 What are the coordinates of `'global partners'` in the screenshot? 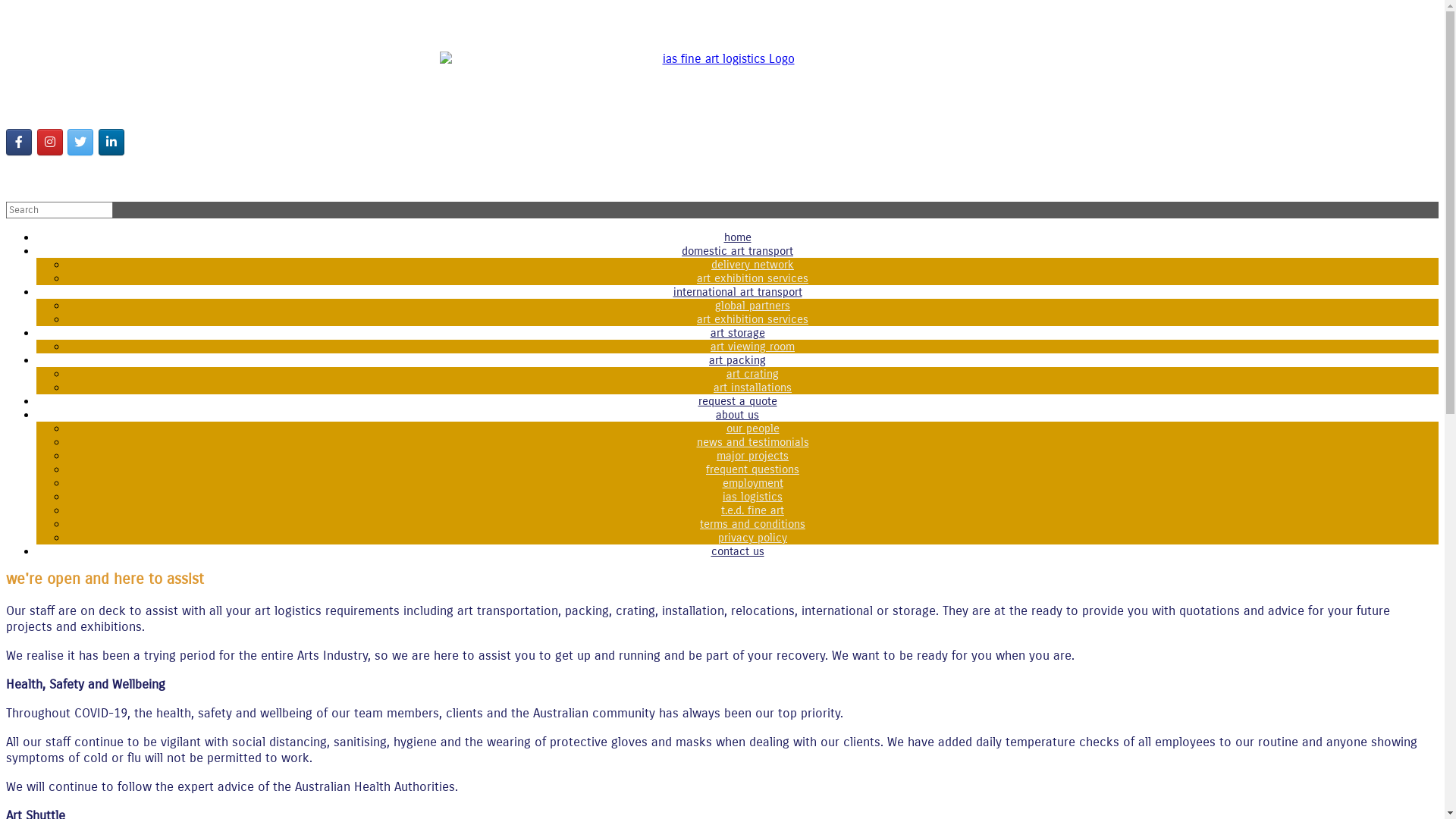 It's located at (752, 305).